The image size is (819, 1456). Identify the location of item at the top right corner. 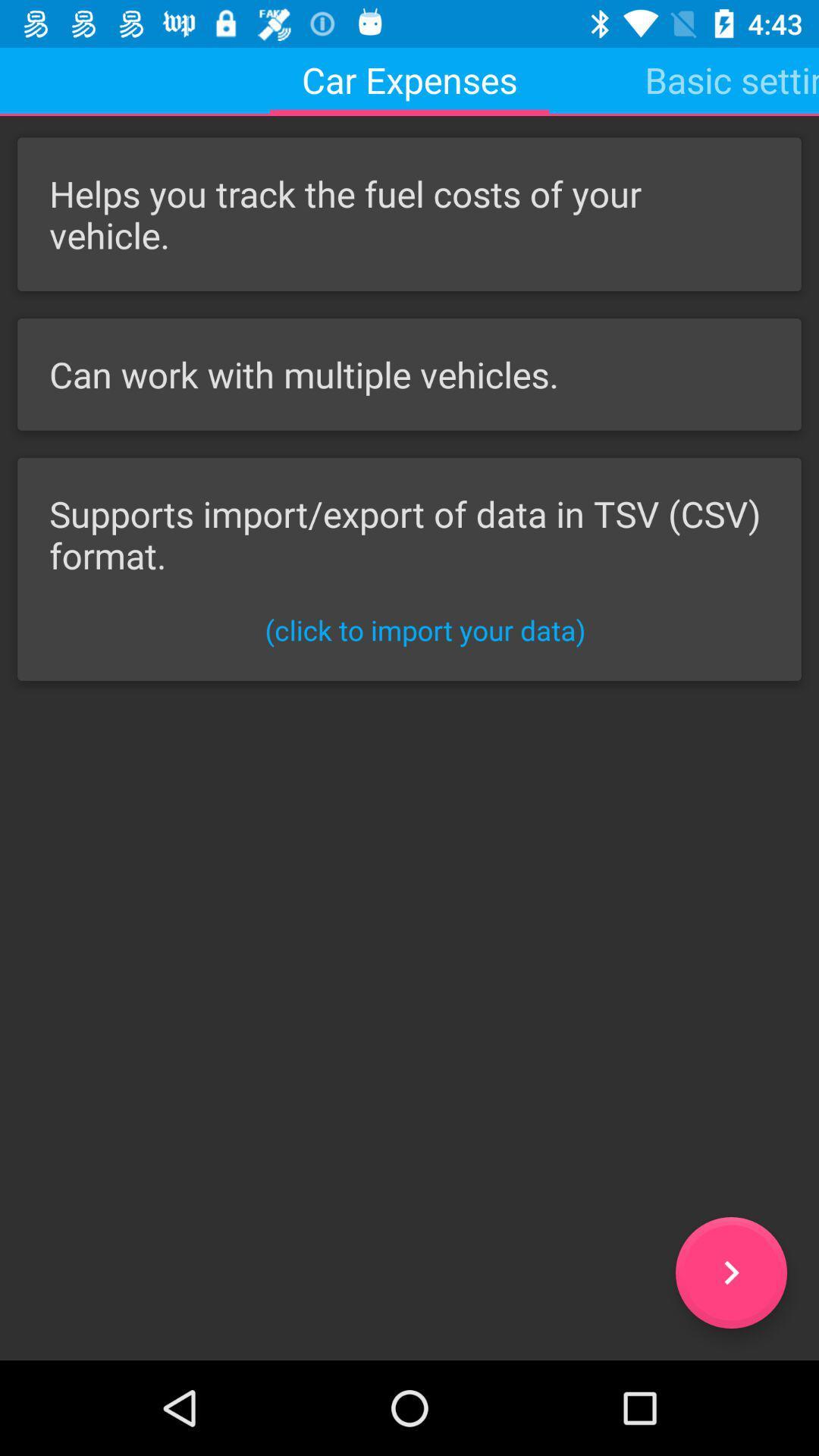
(731, 79).